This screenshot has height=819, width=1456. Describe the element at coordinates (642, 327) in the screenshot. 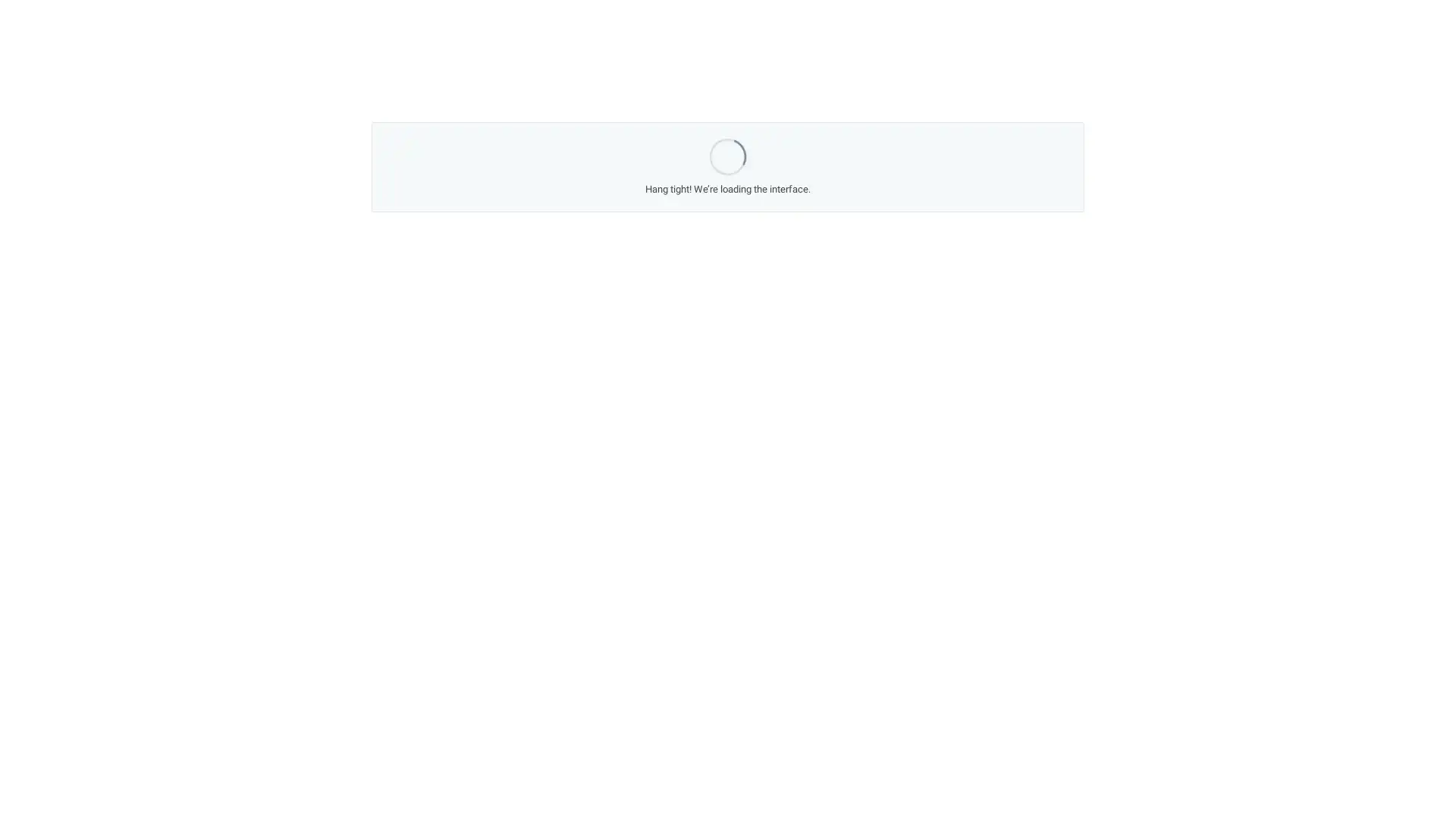

I see `Why don't I need a password?` at that location.